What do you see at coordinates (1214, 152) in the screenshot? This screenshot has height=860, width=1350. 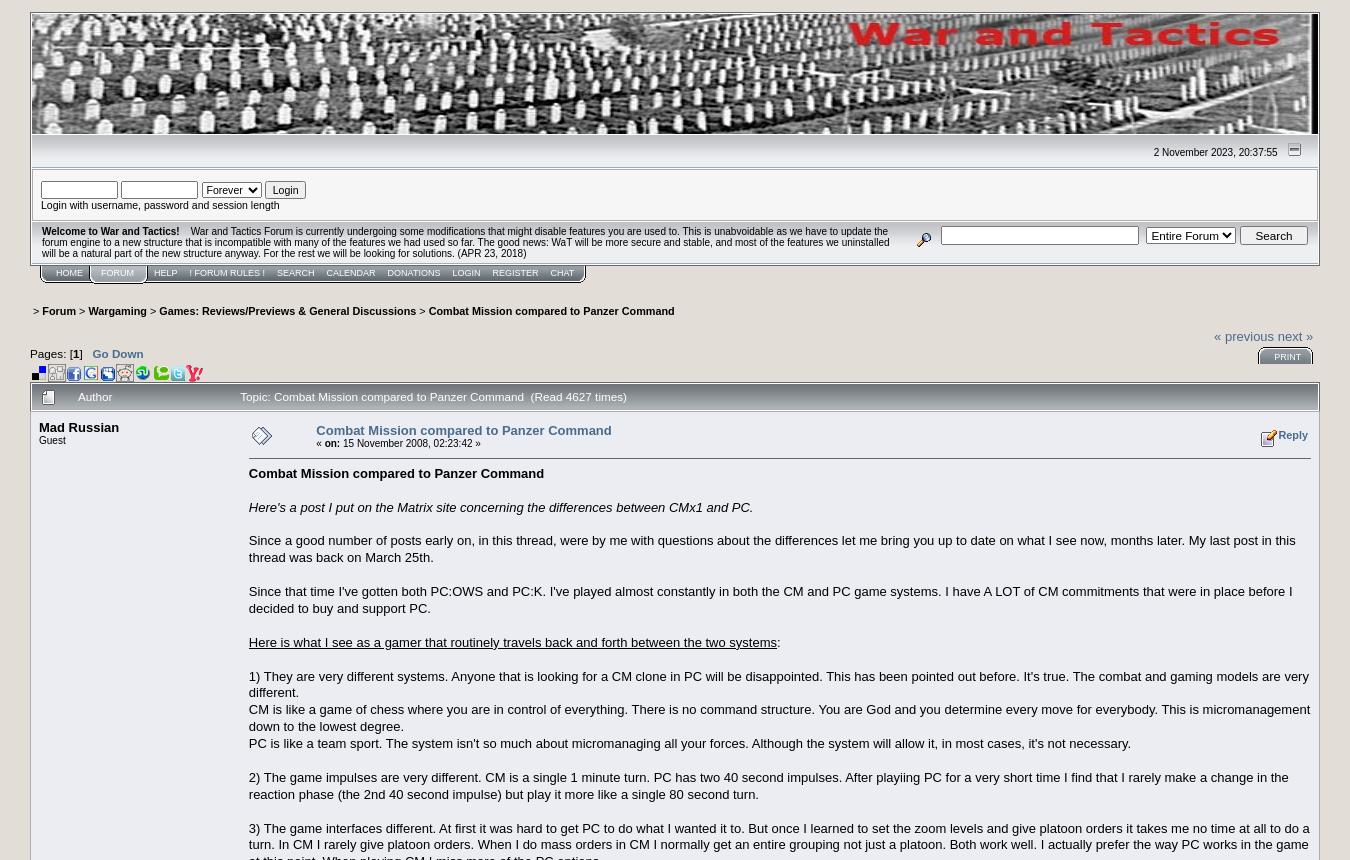 I see `'2 November 2023, 20:37:55'` at bounding box center [1214, 152].